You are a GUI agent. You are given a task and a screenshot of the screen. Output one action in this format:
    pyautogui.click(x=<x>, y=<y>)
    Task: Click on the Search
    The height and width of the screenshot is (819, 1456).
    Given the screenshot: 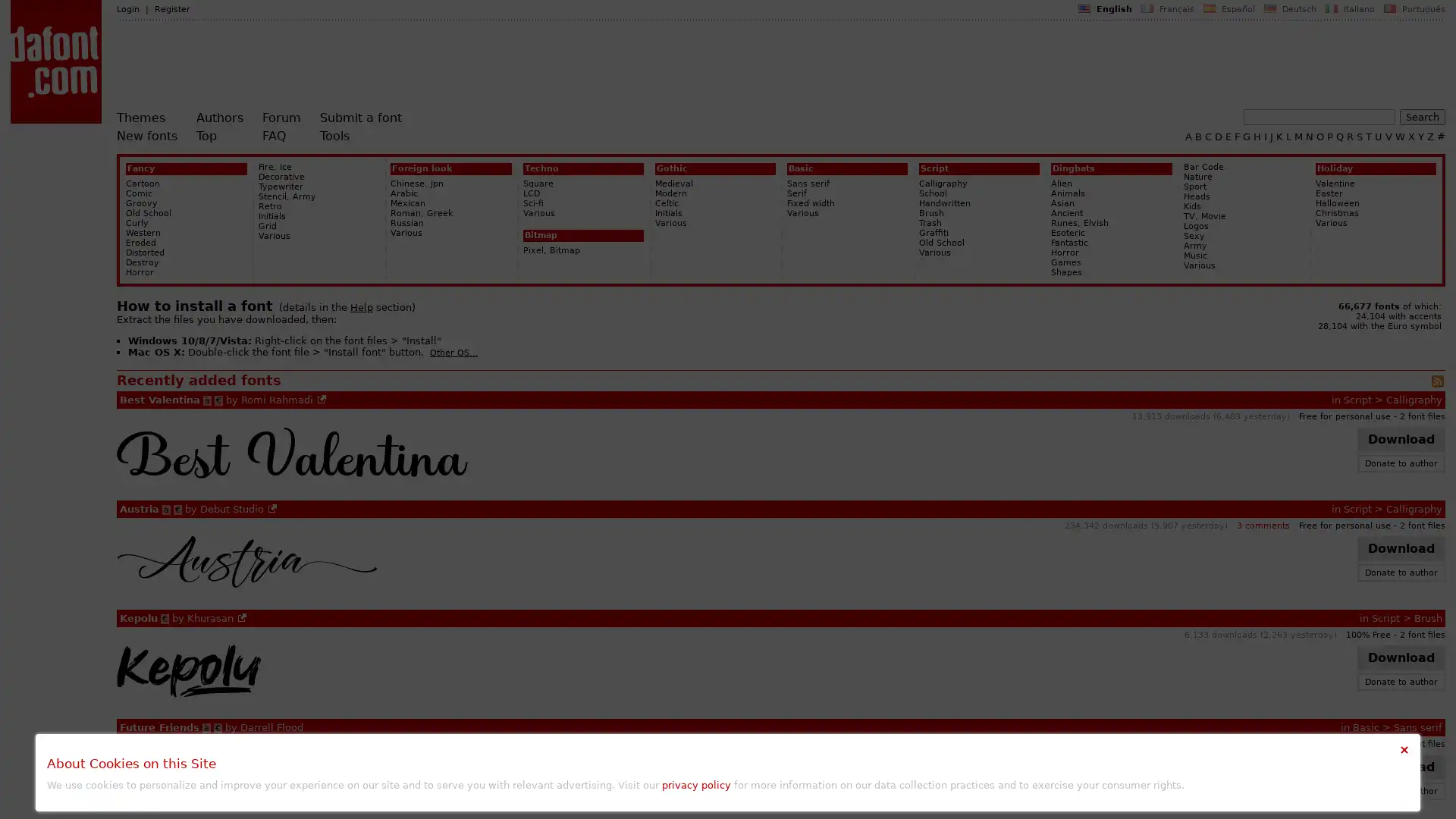 What is the action you would take?
    pyautogui.click(x=1422, y=116)
    